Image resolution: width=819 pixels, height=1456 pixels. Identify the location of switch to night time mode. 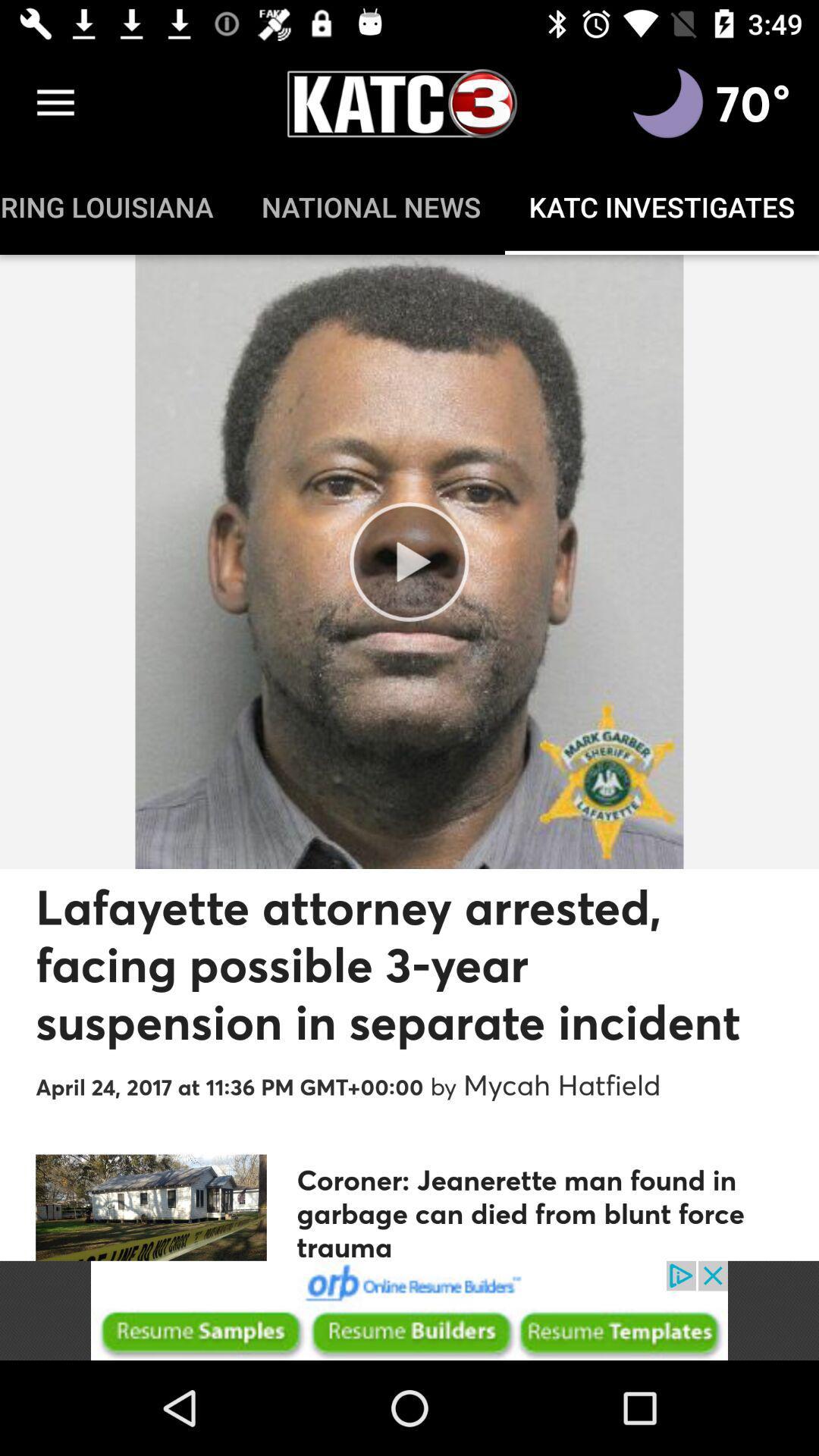
(667, 102).